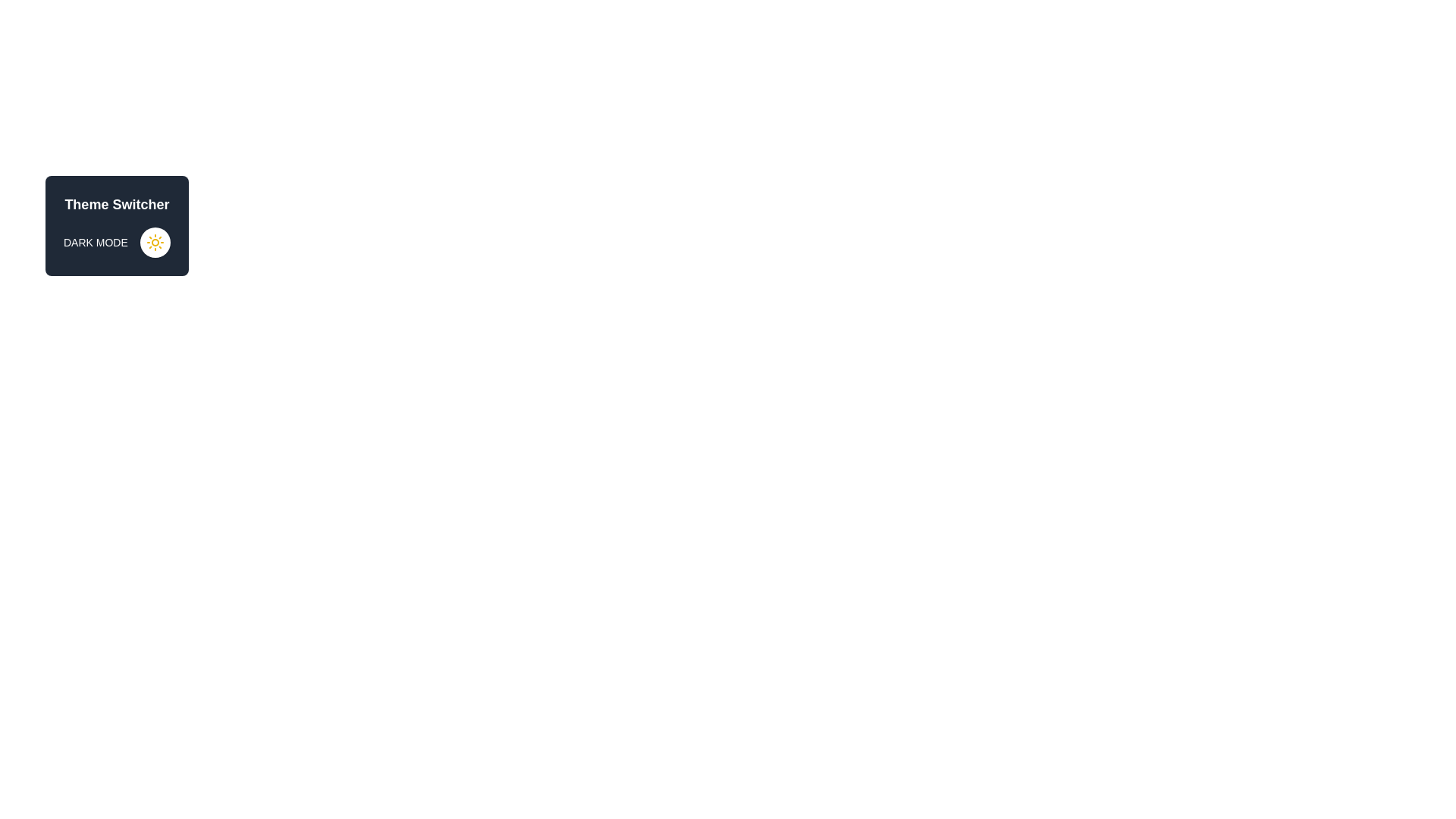  What do you see at coordinates (95, 242) in the screenshot?
I see `the 'DARK MODE' text label located in the bottom-left area of the 'Theme Switcher' card, positioned next to a sun icon` at bounding box center [95, 242].